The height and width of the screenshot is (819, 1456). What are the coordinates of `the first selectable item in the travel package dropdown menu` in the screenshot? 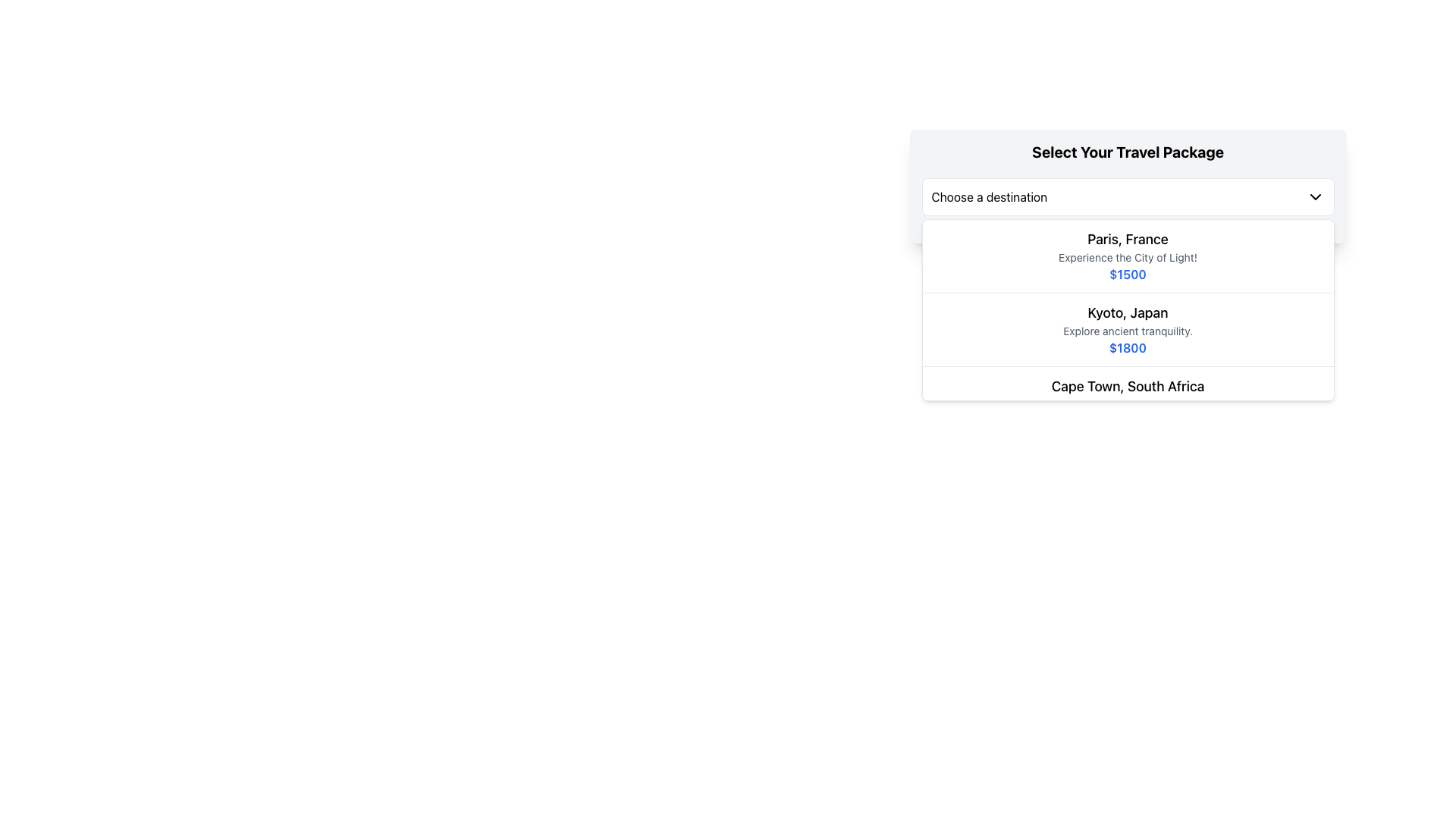 It's located at (1128, 256).